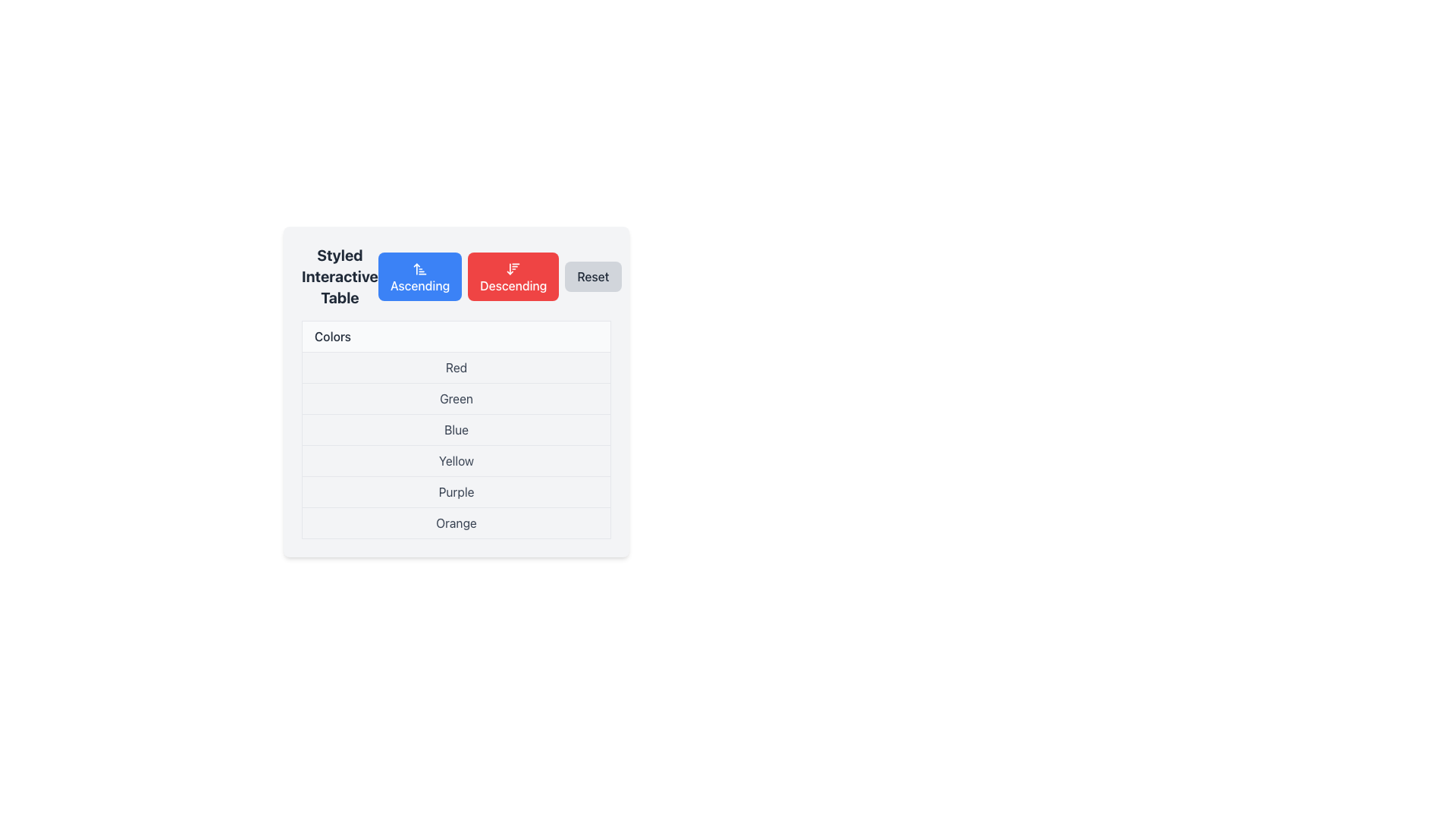 This screenshot has width=1456, height=819. What do you see at coordinates (419, 277) in the screenshot?
I see `the 'Ascending' button, which is a blue button with white text and an upward arrow icon, located at the top-center part of the interface` at bounding box center [419, 277].